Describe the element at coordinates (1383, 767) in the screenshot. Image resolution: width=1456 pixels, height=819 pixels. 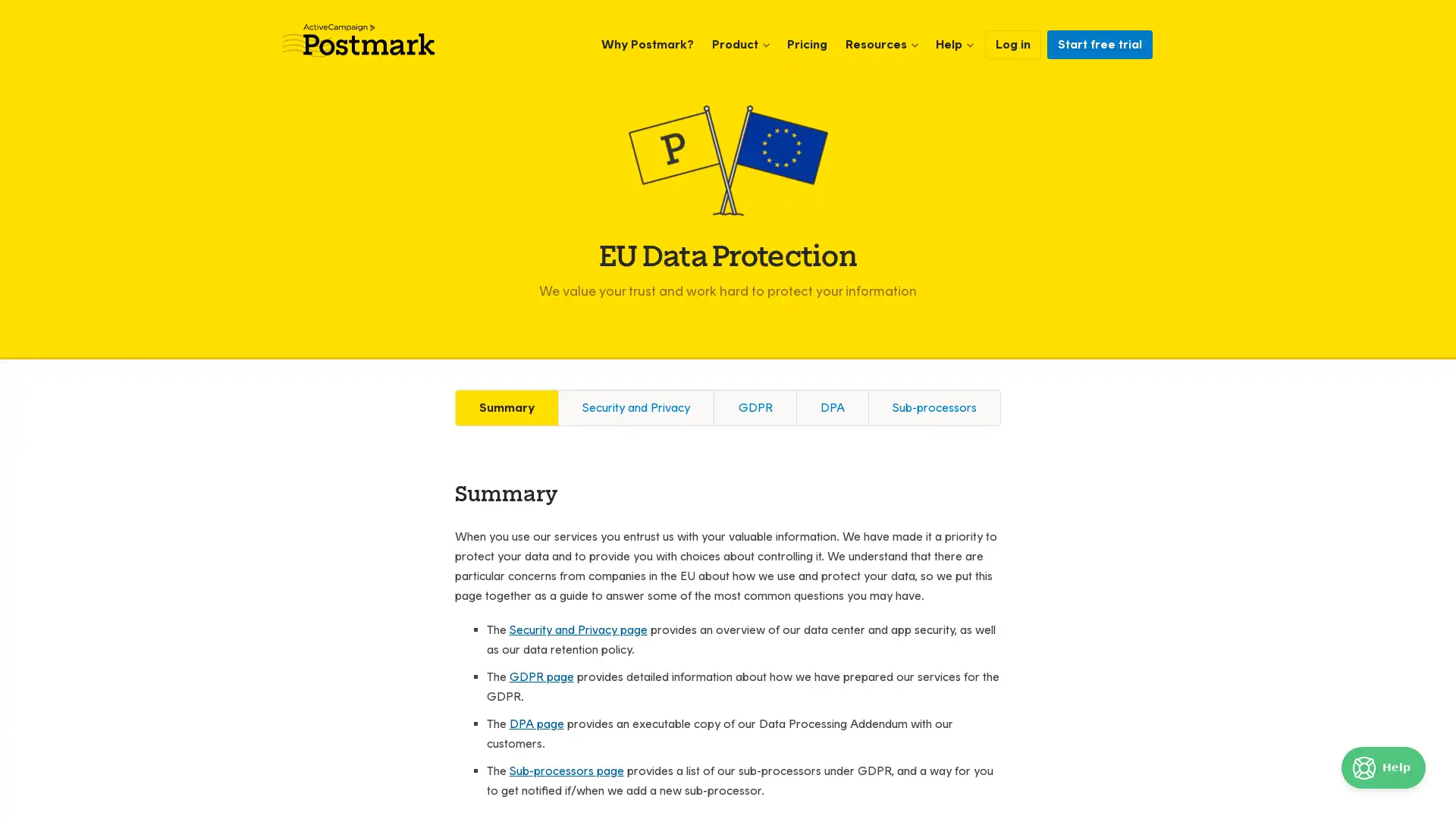
I see `Help` at that location.